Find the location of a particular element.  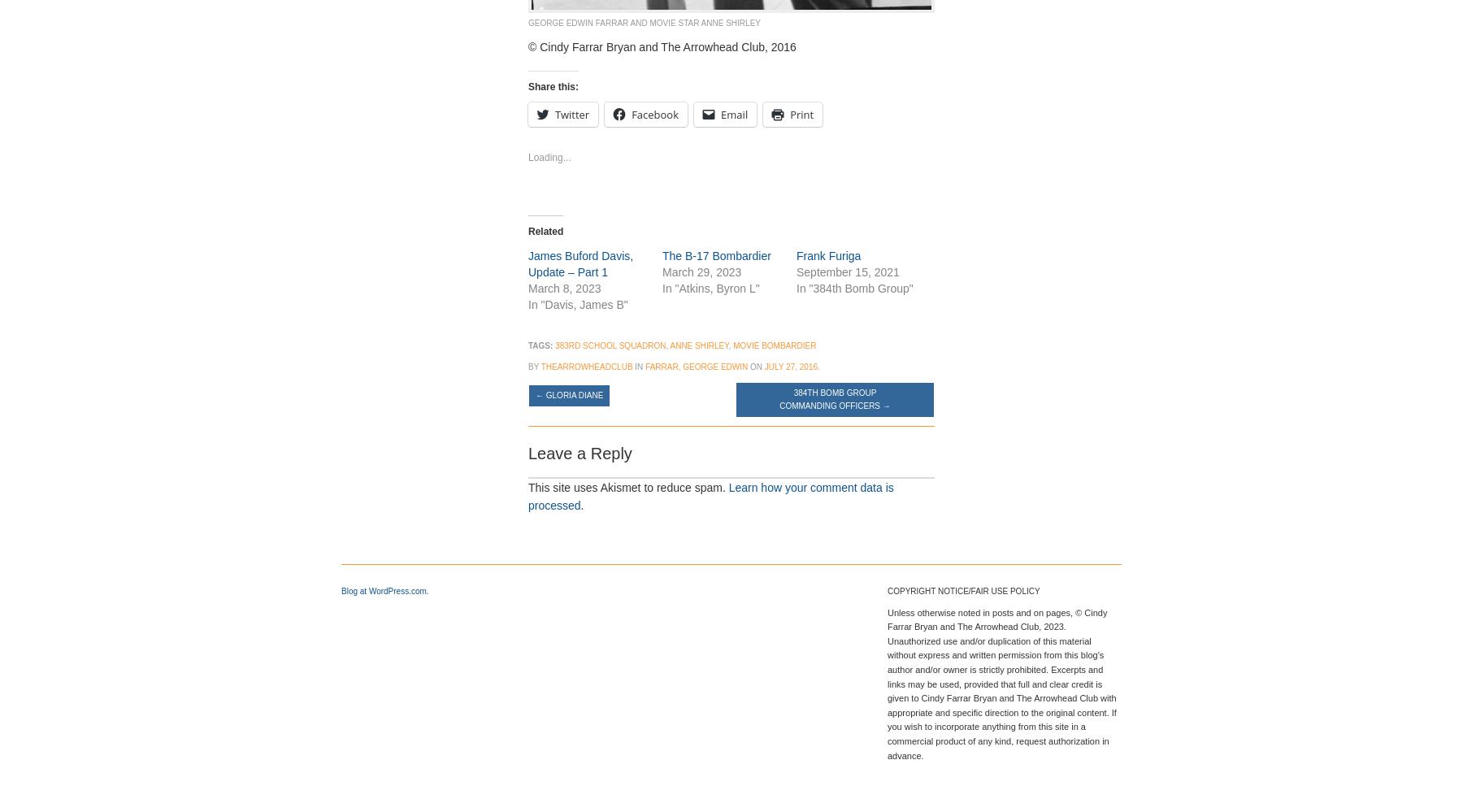

'Share this:' is located at coordinates (527, 85).